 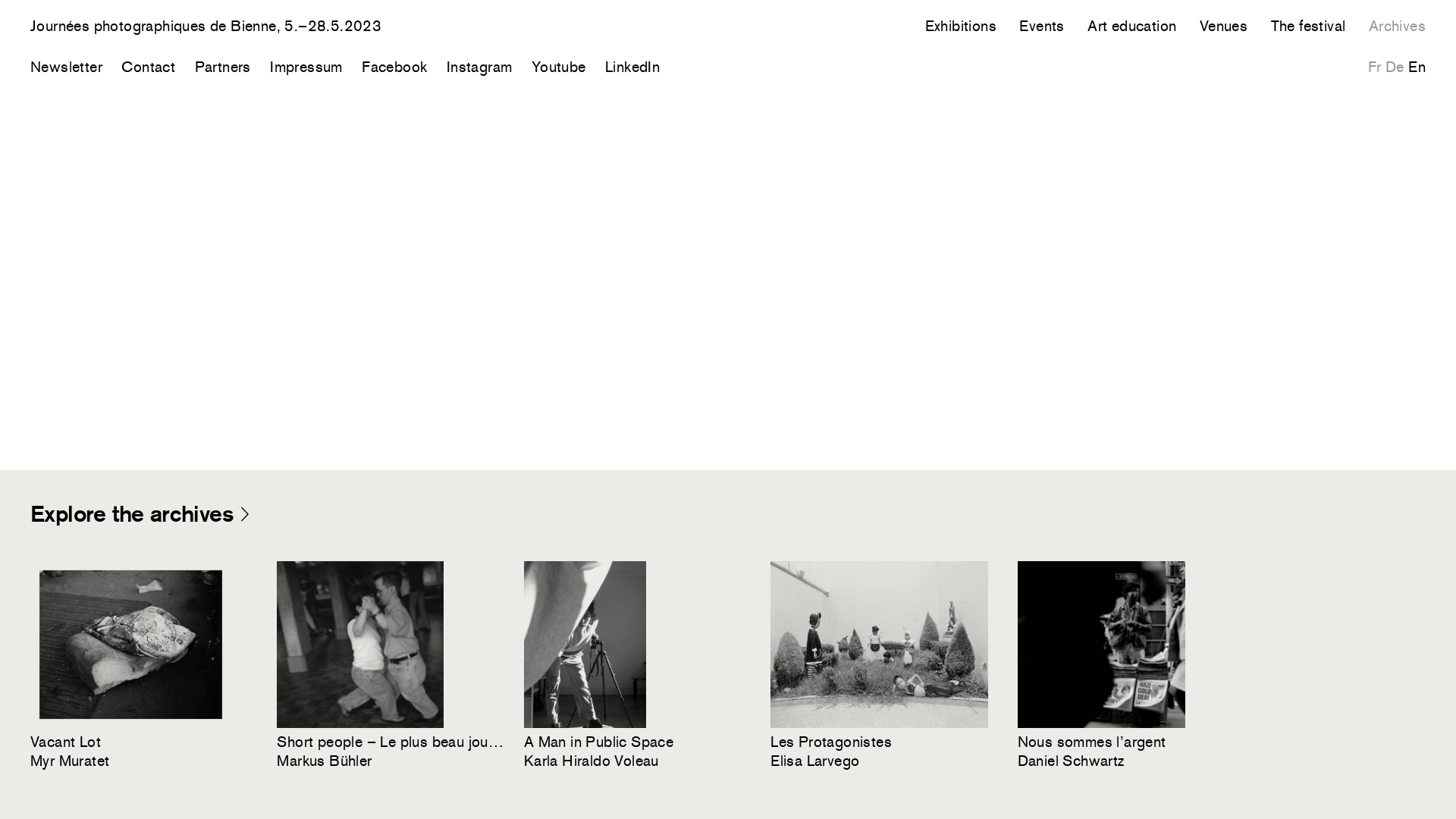 I want to click on 'Facebook', so click(x=394, y=66).